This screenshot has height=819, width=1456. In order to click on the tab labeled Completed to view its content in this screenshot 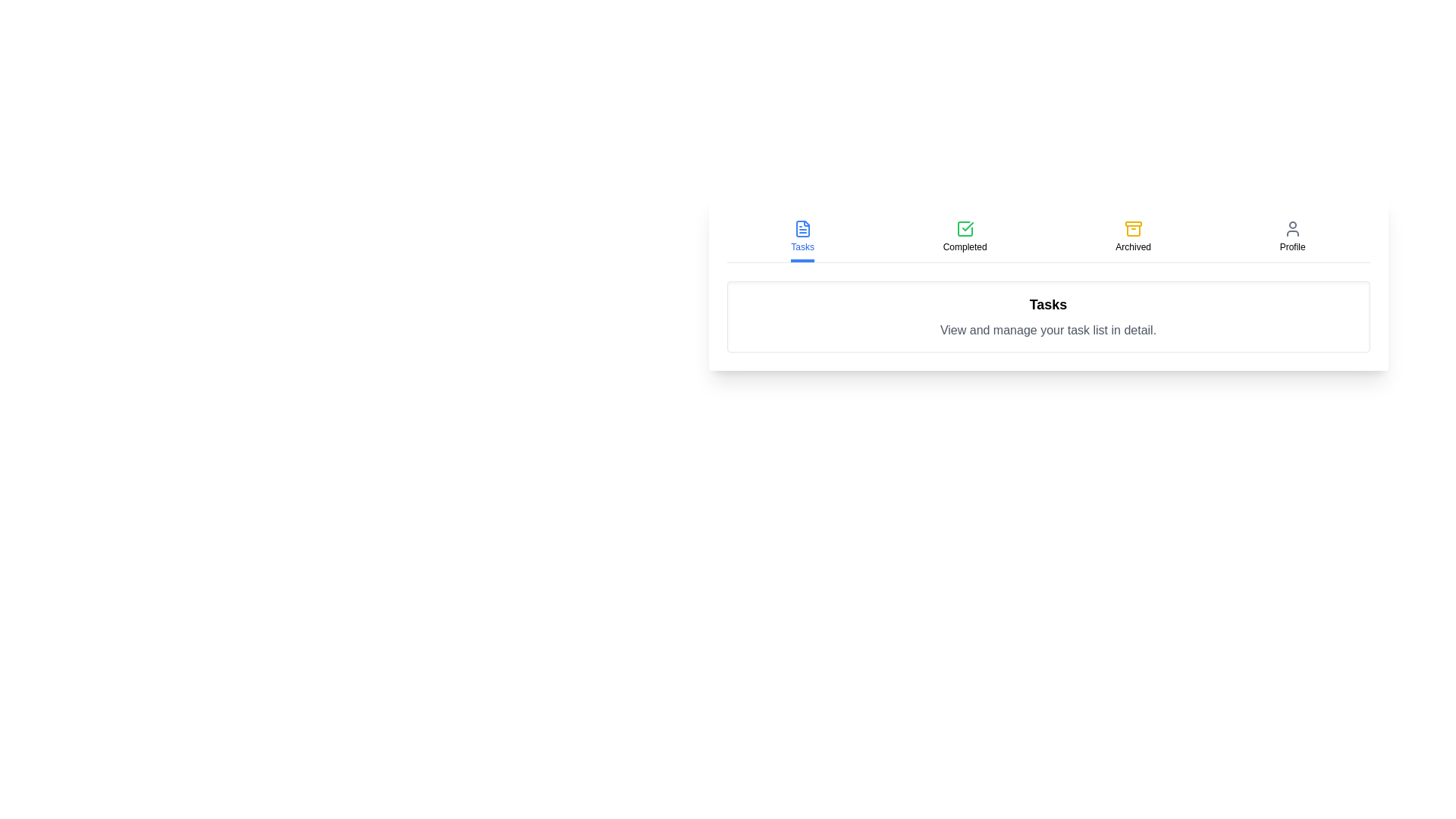, I will do `click(964, 237)`.